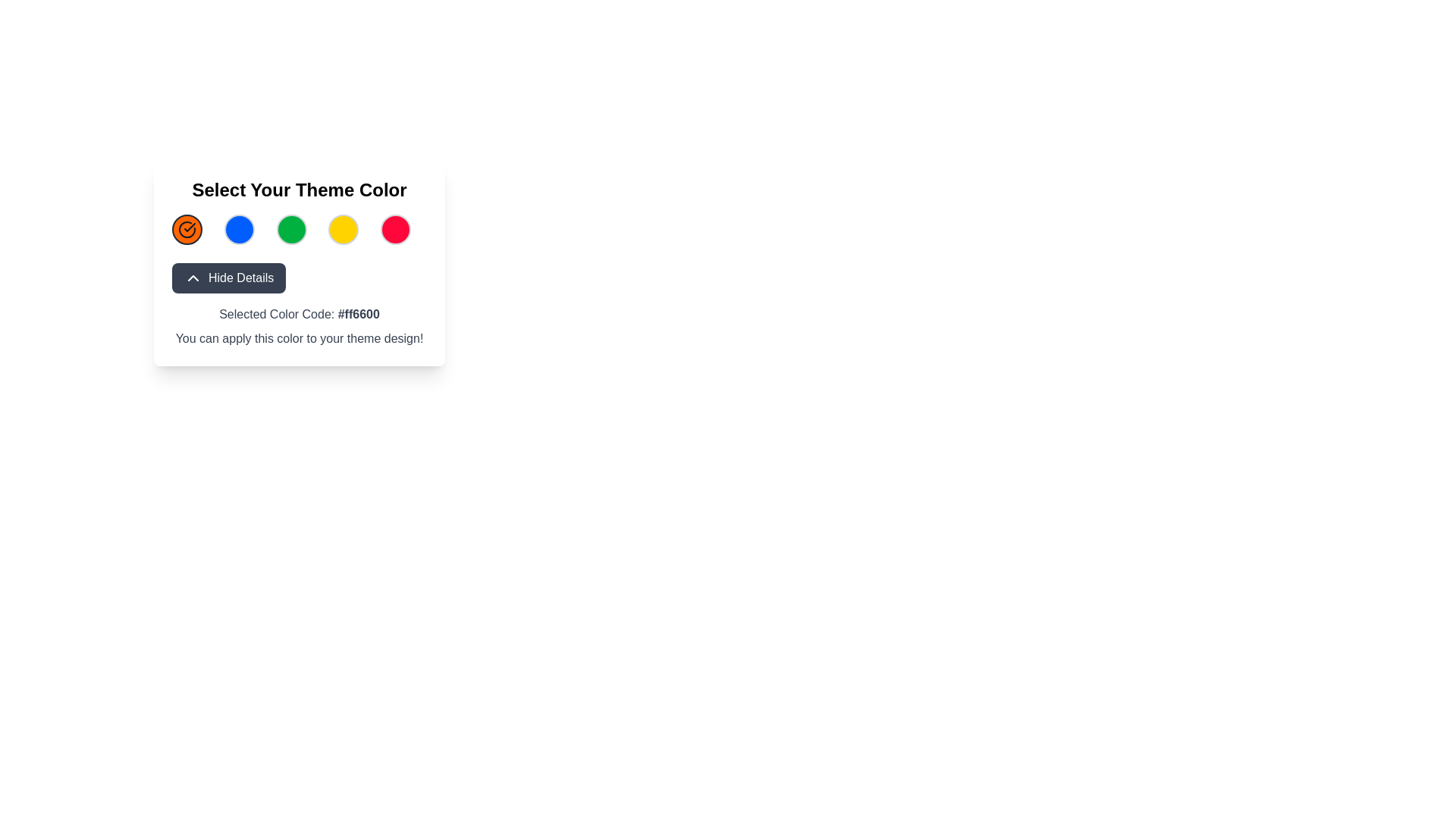 Image resolution: width=1456 pixels, height=819 pixels. Describe the element at coordinates (358, 313) in the screenshot. I see `the static text label displaying the color code '#ff6600' which is located after the colon in the text block labeled 'Selected Color Code:'` at that location.